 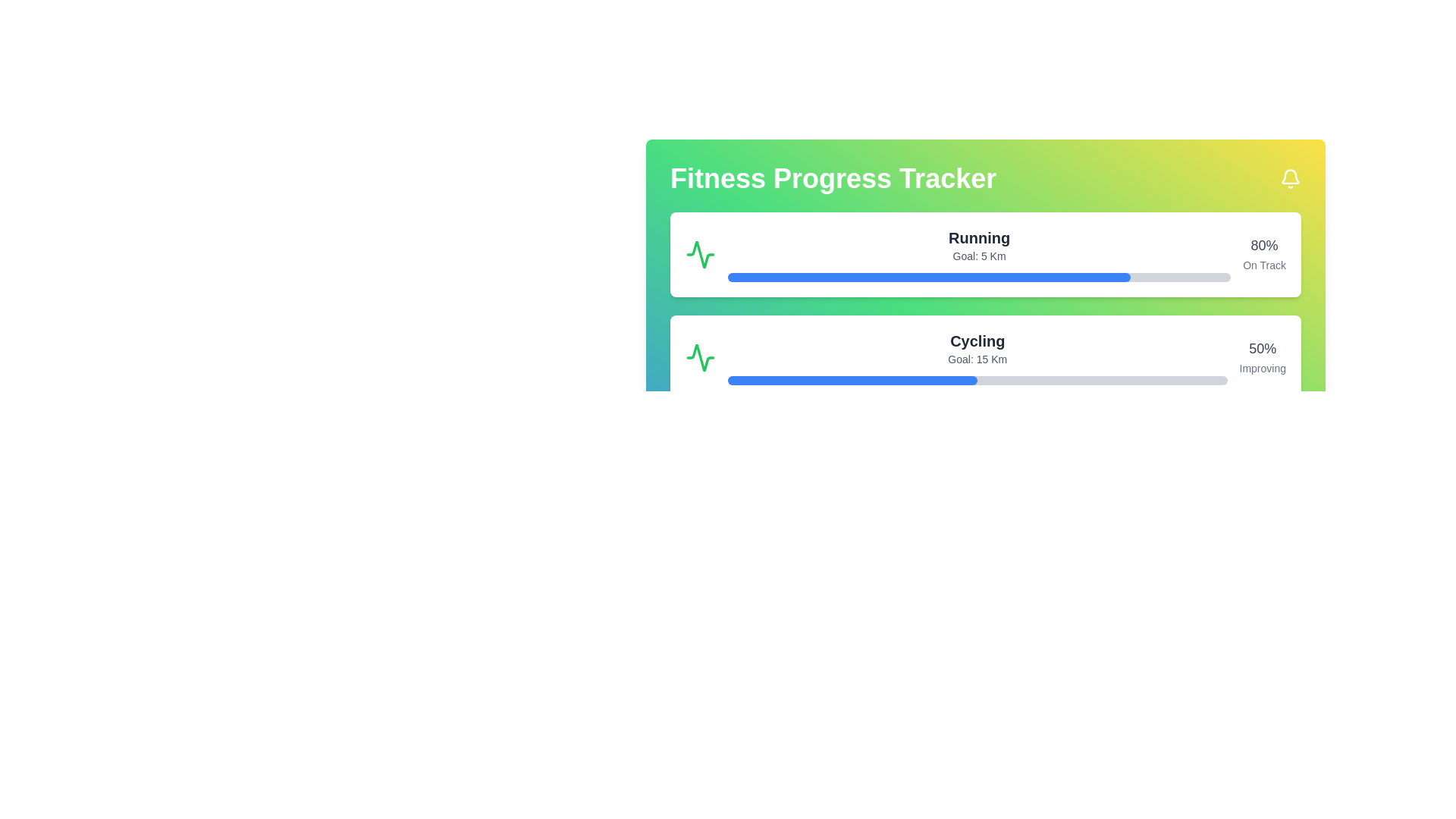 What do you see at coordinates (986, 253) in the screenshot?
I see `the first card in the vertical stack of fitness progress items, which displays the user's running goal and completion percentage, located below the header 'Fitness Progress Tracker.'` at bounding box center [986, 253].